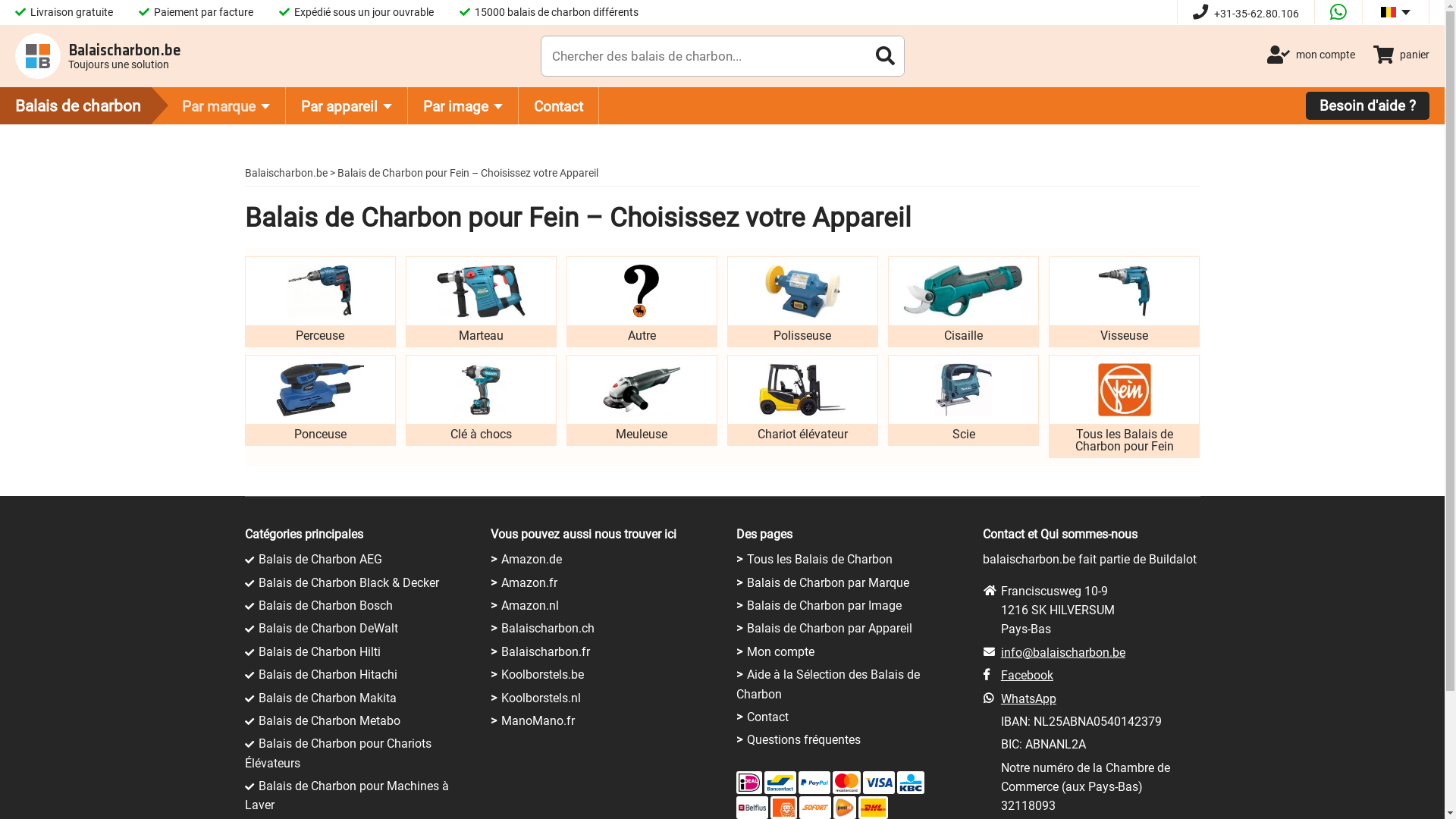 Image resolution: width=1456 pixels, height=819 pixels. What do you see at coordinates (1388, 11) in the screenshot?
I see `'be'` at bounding box center [1388, 11].